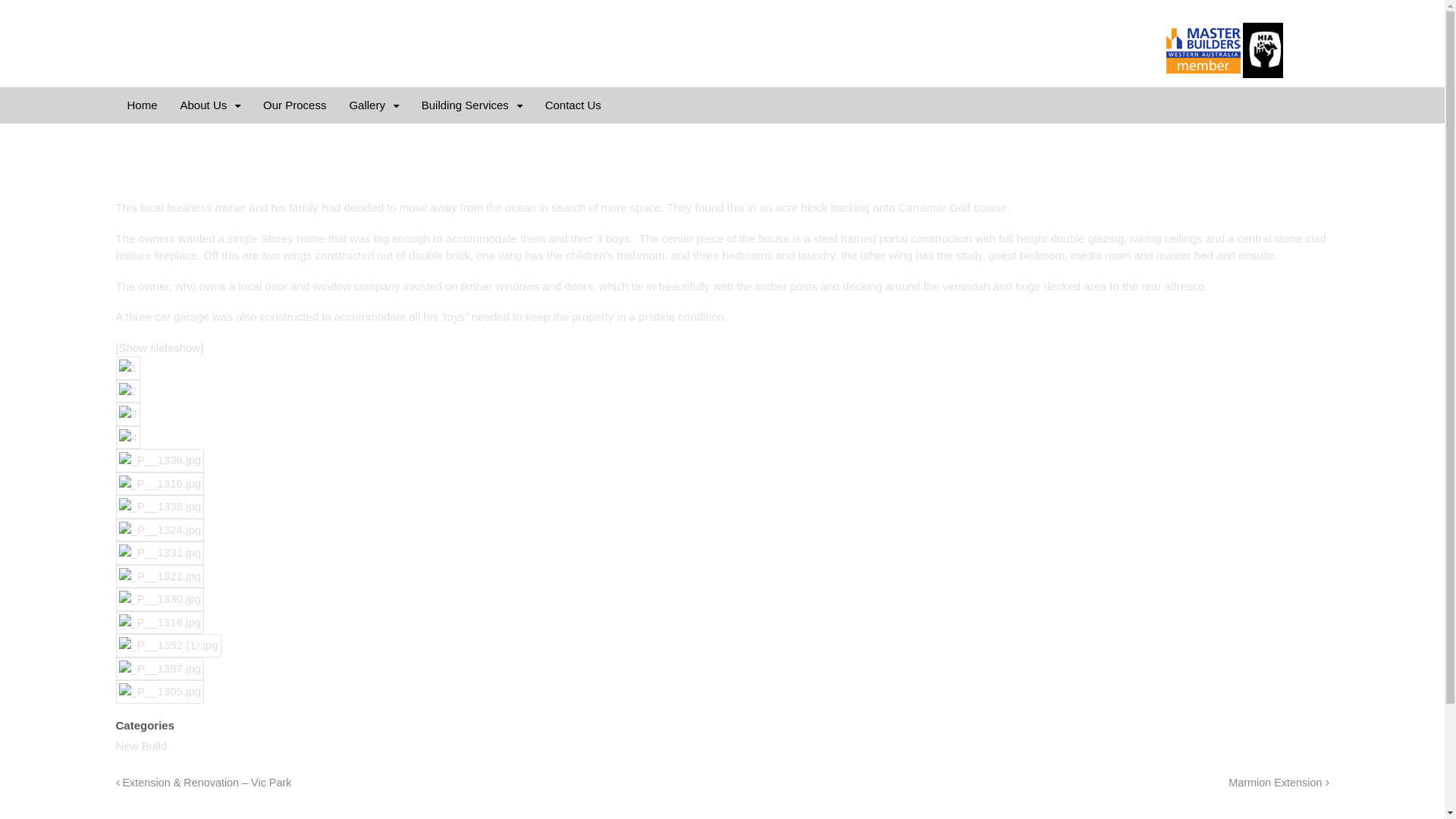 The height and width of the screenshot is (819, 1456). Describe the element at coordinates (141, 745) in the screenshot. I see `'New Build'` at that location.